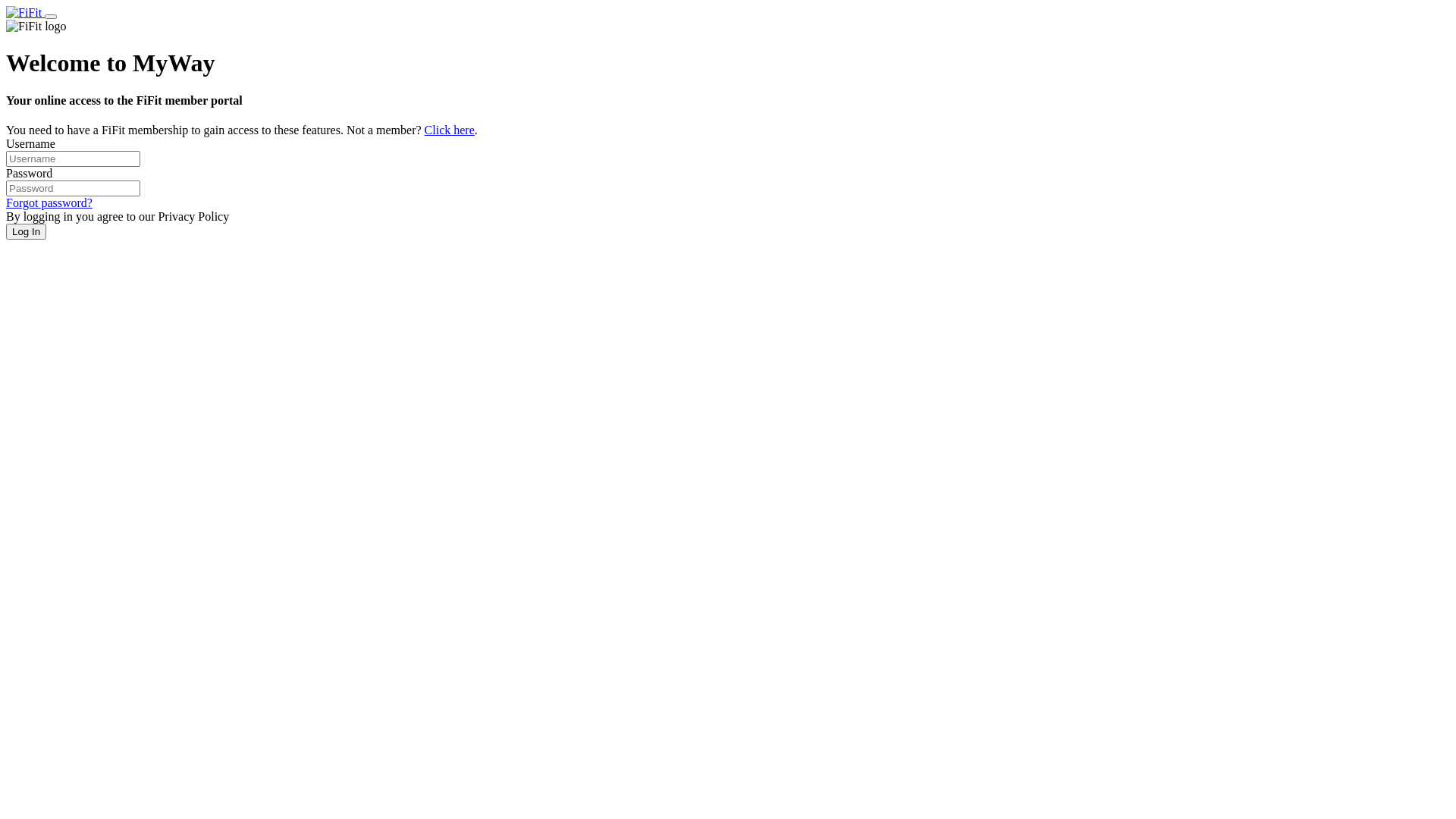  What do you see at coordinates (26, 231) in the screenshot?
I see `'Log In'` at bounding box center [26, 231].